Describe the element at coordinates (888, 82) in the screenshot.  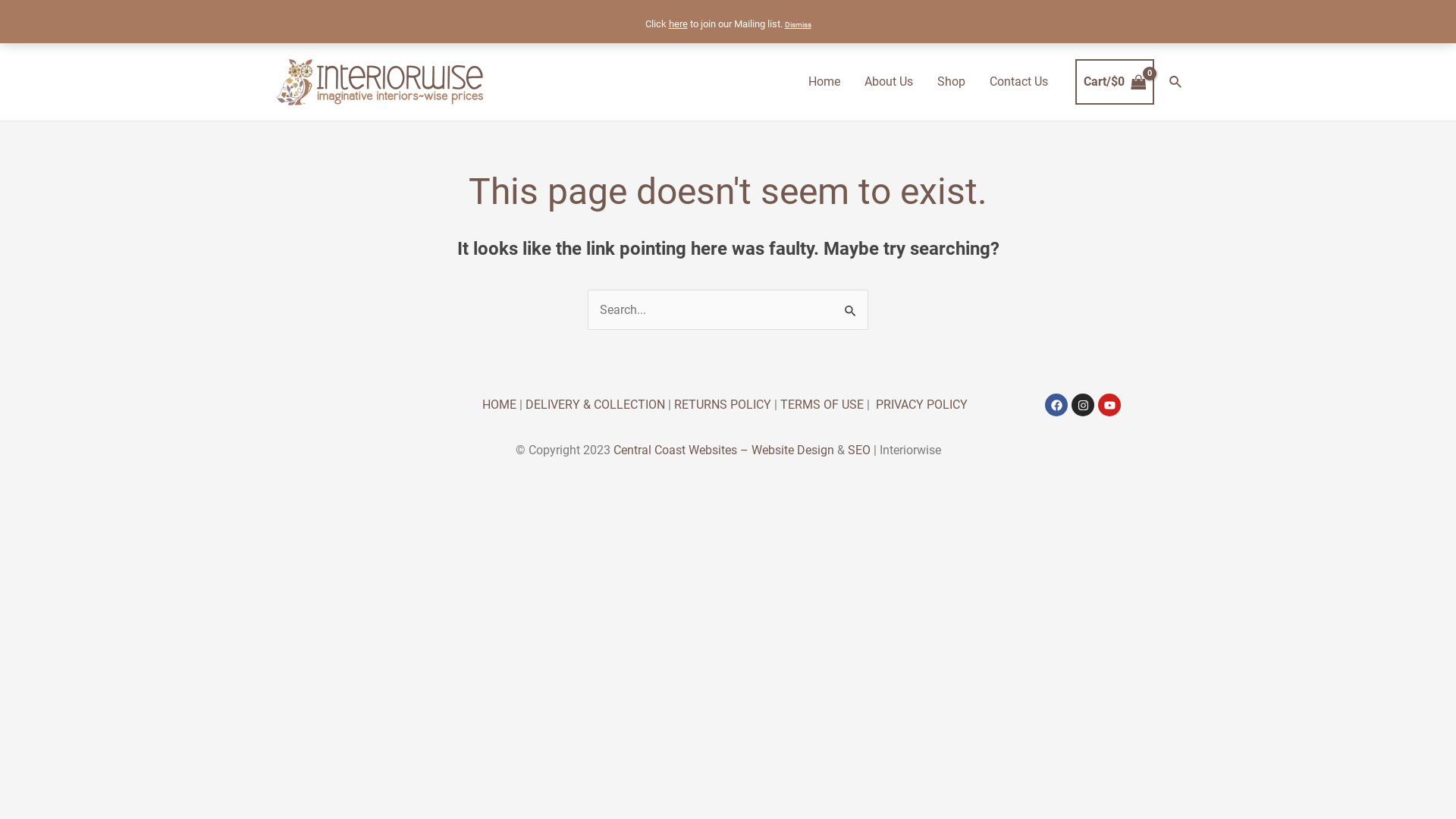
I see `'About Us'` at that location.